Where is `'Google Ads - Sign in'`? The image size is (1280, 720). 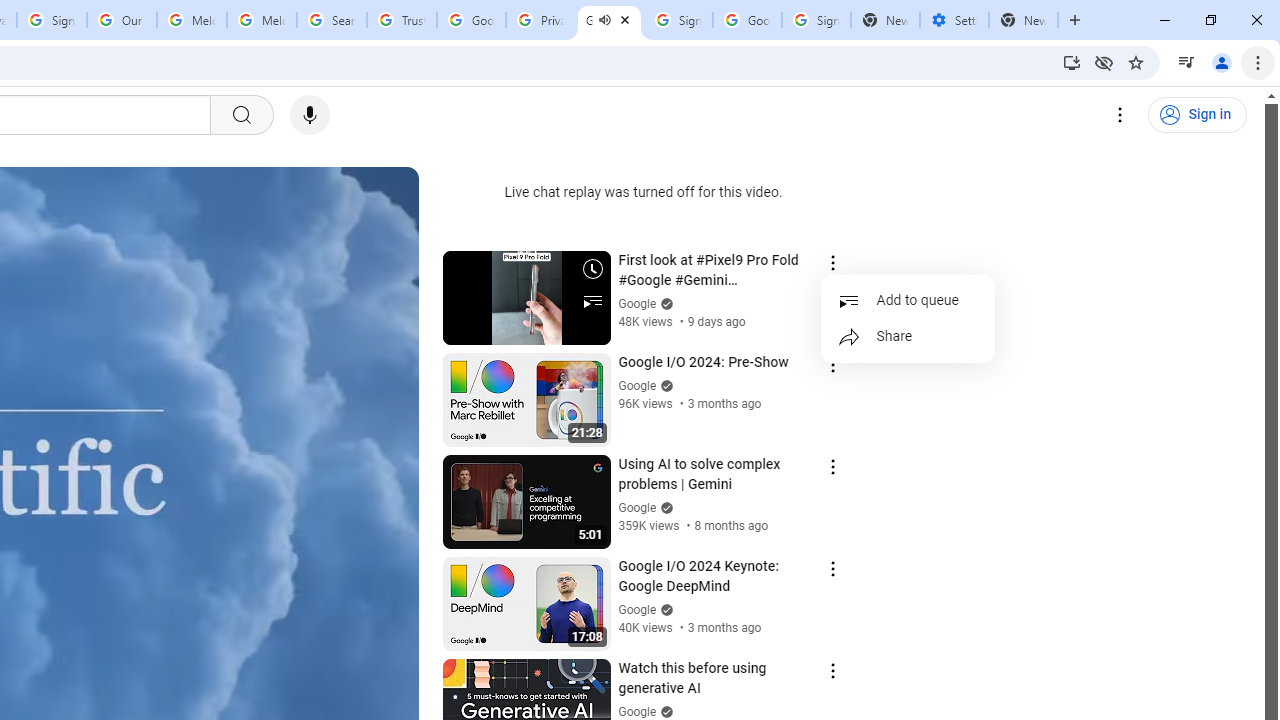
'Google Ads - Sign in' is located at coordinates (470, 20).